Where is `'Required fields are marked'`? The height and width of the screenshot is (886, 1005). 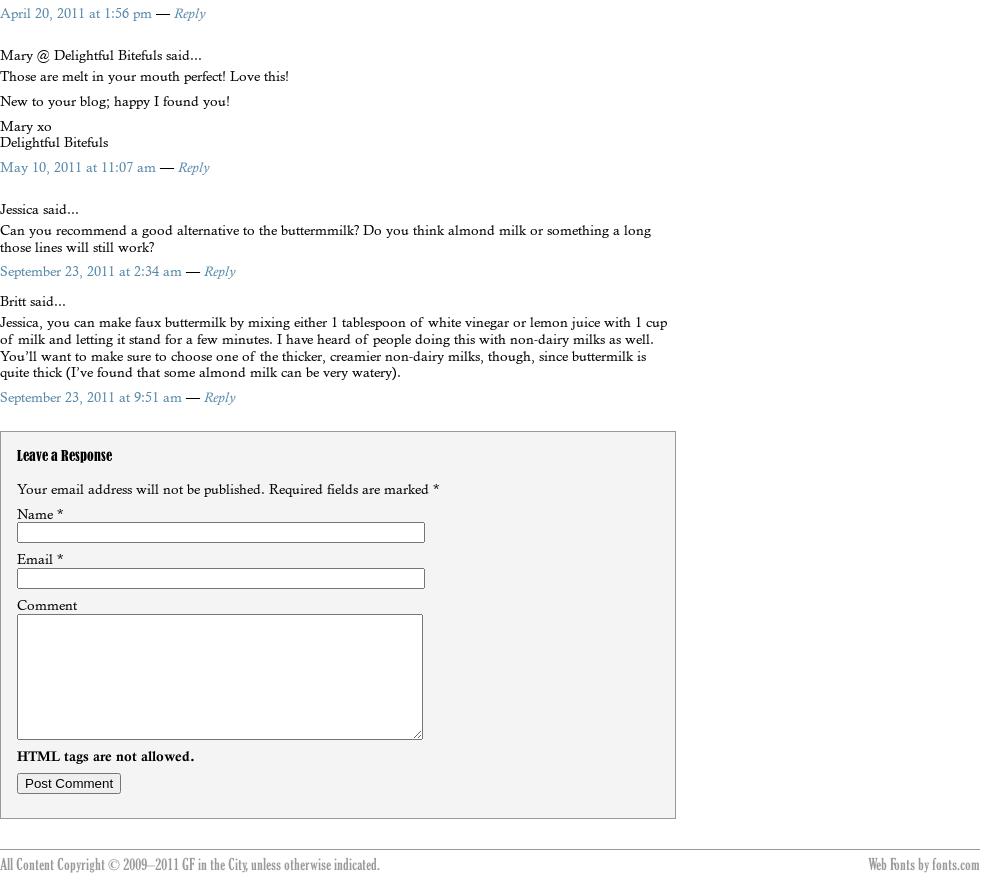
'Required fields are marked' is located at coordinates (349, 487).